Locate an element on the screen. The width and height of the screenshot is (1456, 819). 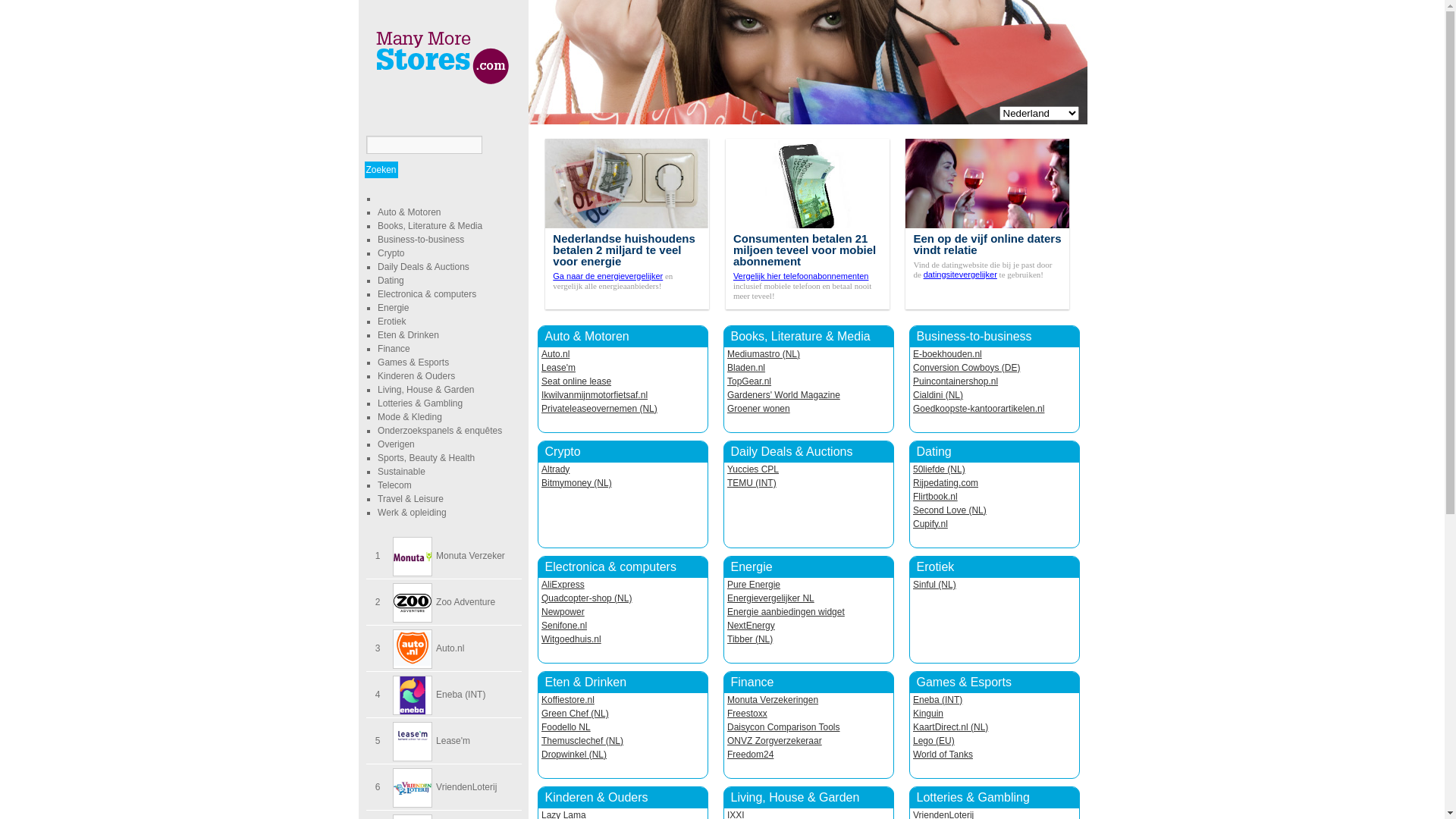
'AliExpress' is located at coordinates (541, 584).